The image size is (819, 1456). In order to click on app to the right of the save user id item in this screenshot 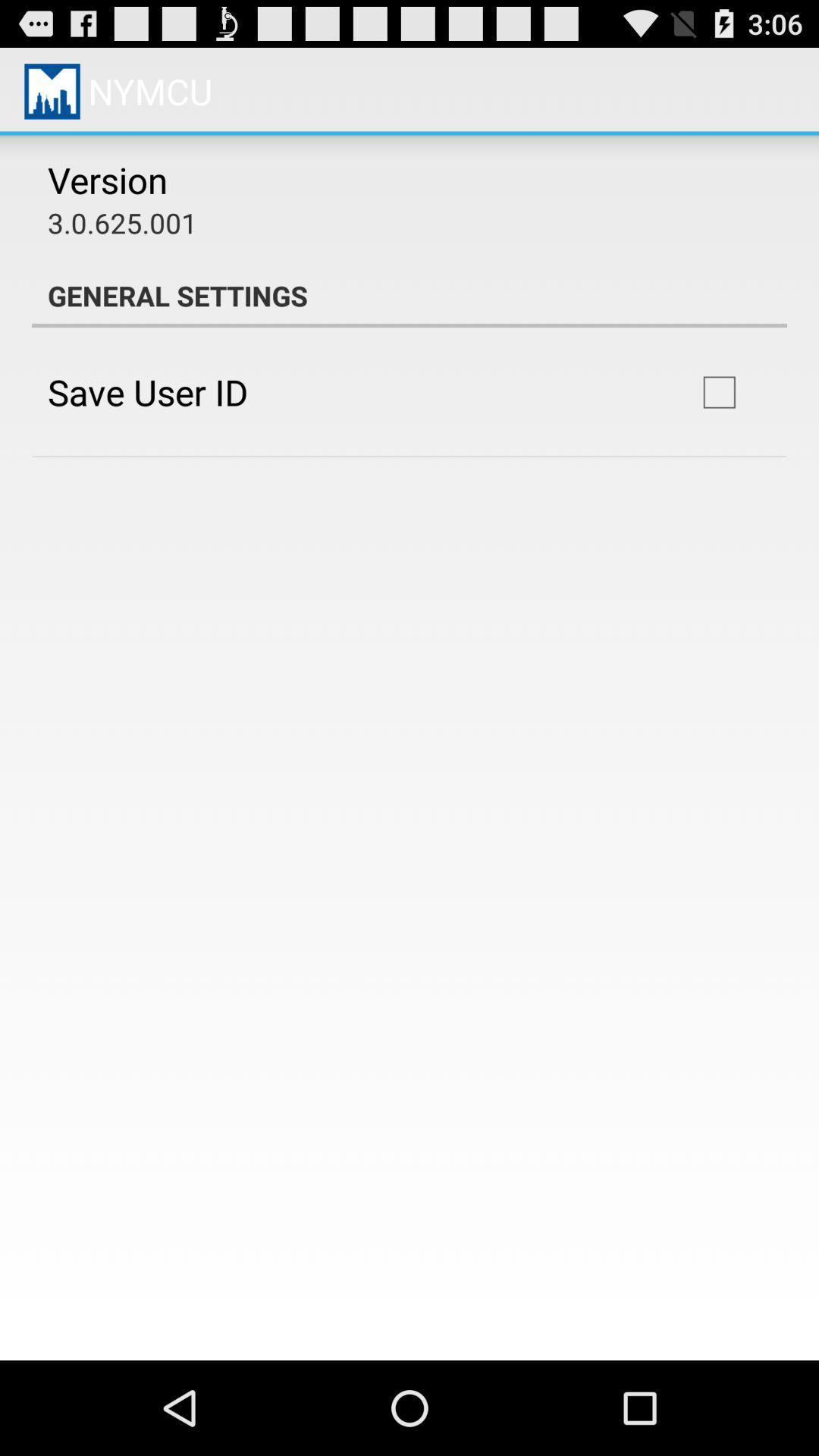, I will do `click(718, 392)`.